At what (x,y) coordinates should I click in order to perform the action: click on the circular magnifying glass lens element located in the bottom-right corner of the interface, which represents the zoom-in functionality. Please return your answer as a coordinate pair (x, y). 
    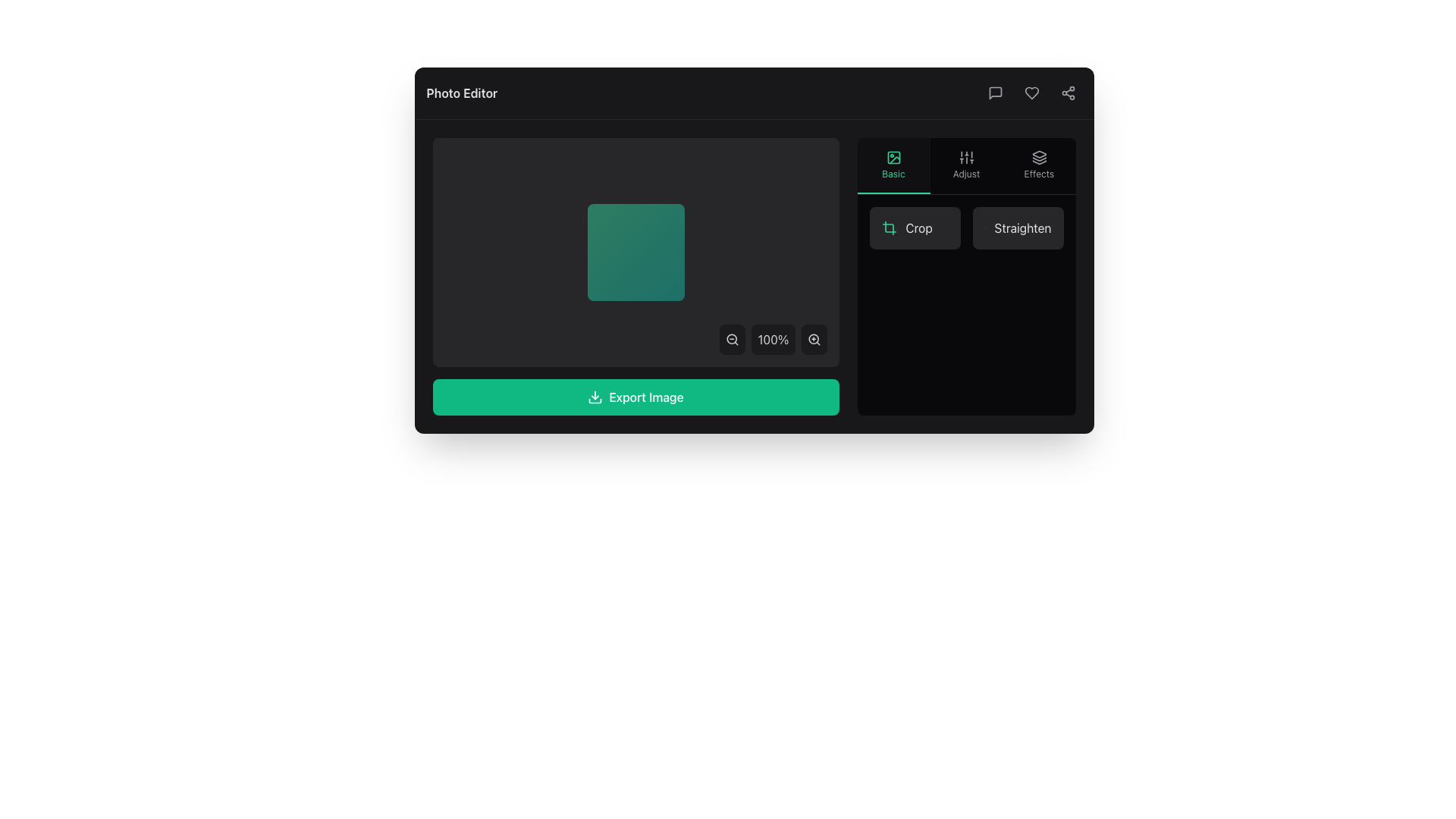
    Looking at the image, I should click on (812, 337).